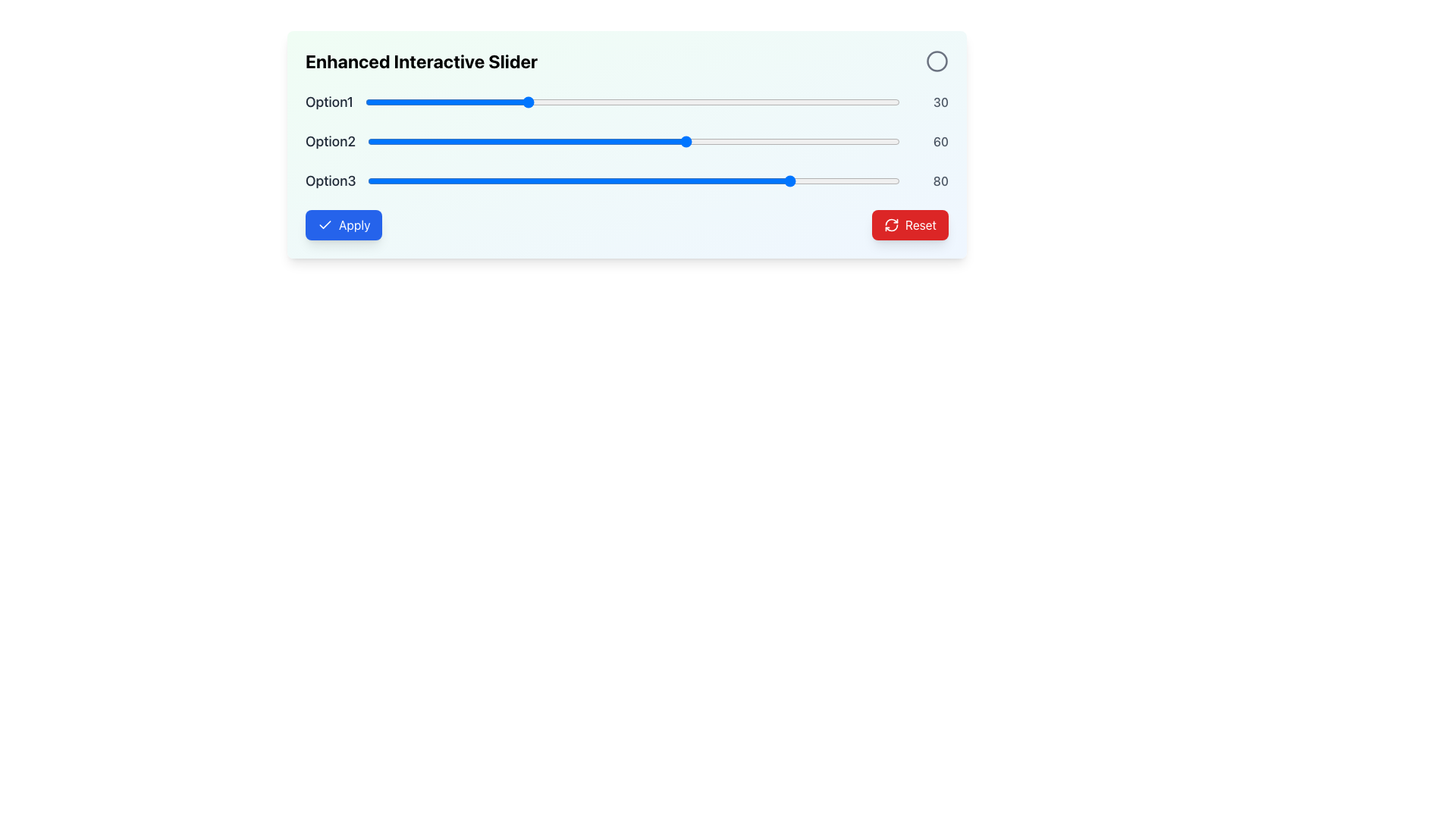  What do you see at coordinates (324, 225) in the screenshot?
I see `the graphical indicator icon located to the far left of the 'Apply' button, which signifies affirmation or completion` at bounding box center [324, 225].